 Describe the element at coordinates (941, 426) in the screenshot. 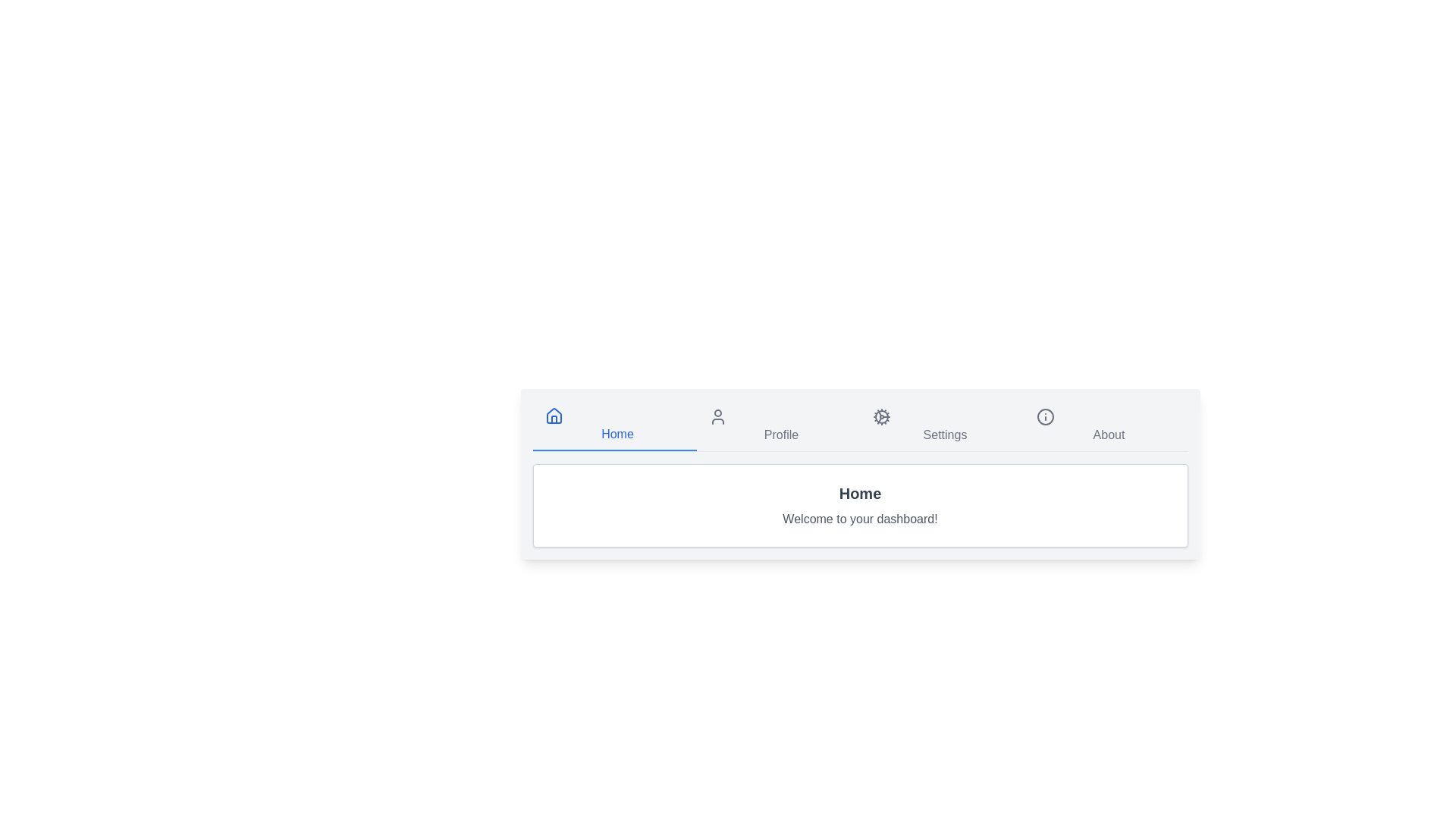

I see `the Settings tab by clicking on its navigation button` at that location.